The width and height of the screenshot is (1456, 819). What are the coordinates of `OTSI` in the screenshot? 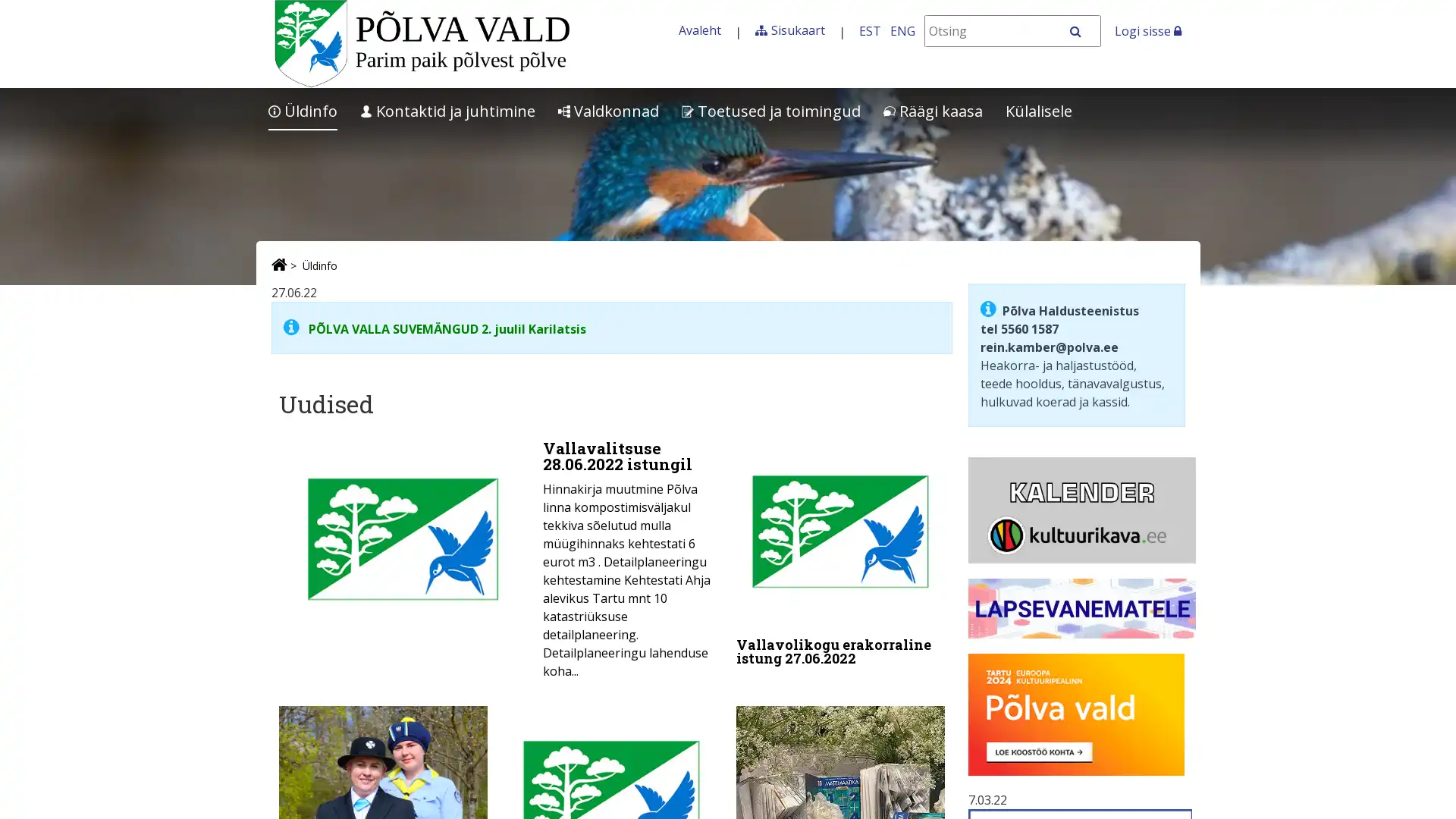 It's located at (1083, 31).